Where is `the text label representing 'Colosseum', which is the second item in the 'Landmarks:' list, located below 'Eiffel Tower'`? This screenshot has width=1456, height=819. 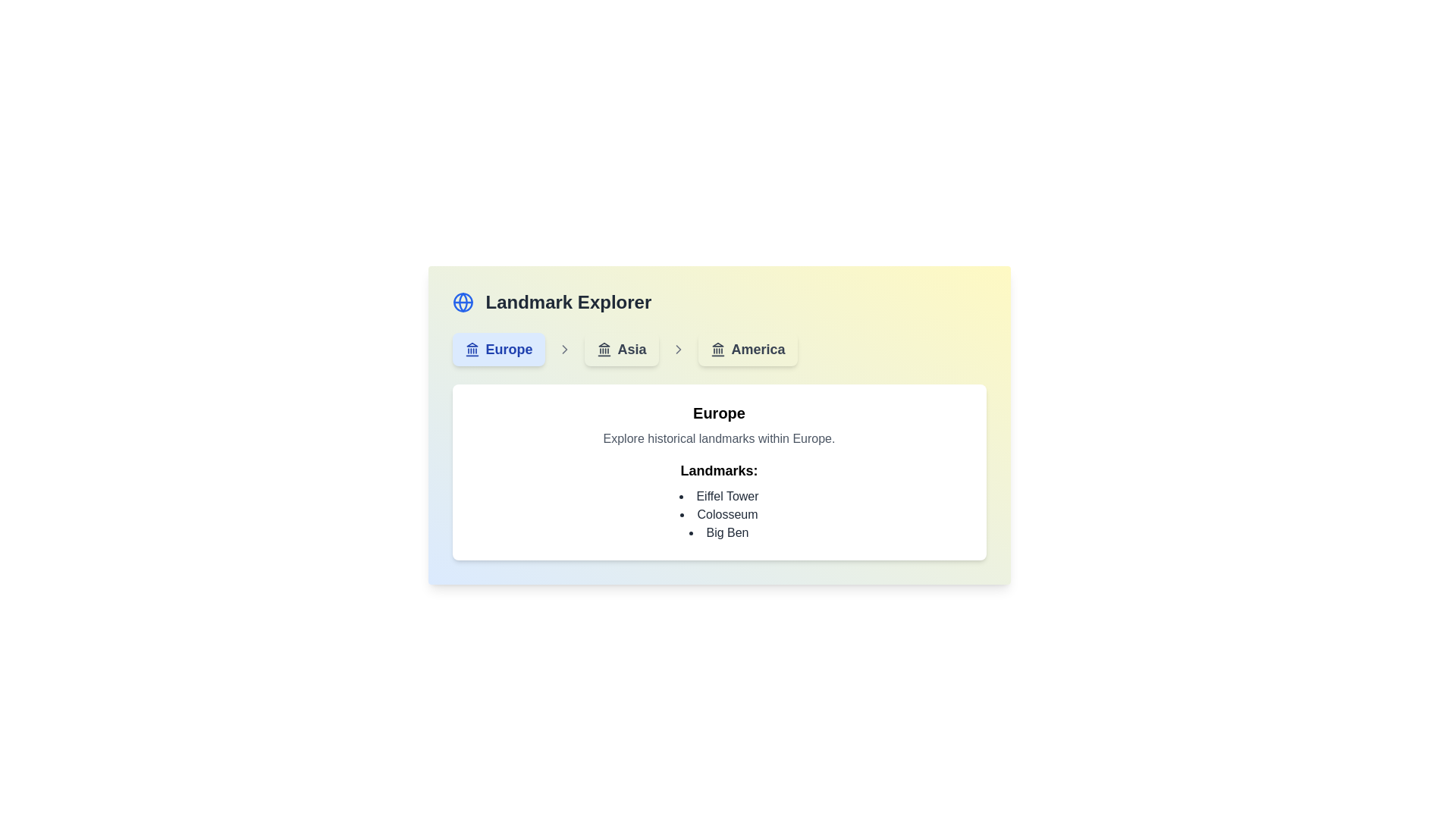 the text label representing 'Colosseum', which is the second item in the 'Landmarks:' list, located below 'Eiffel Tower' is located at coordinates (718, 513).